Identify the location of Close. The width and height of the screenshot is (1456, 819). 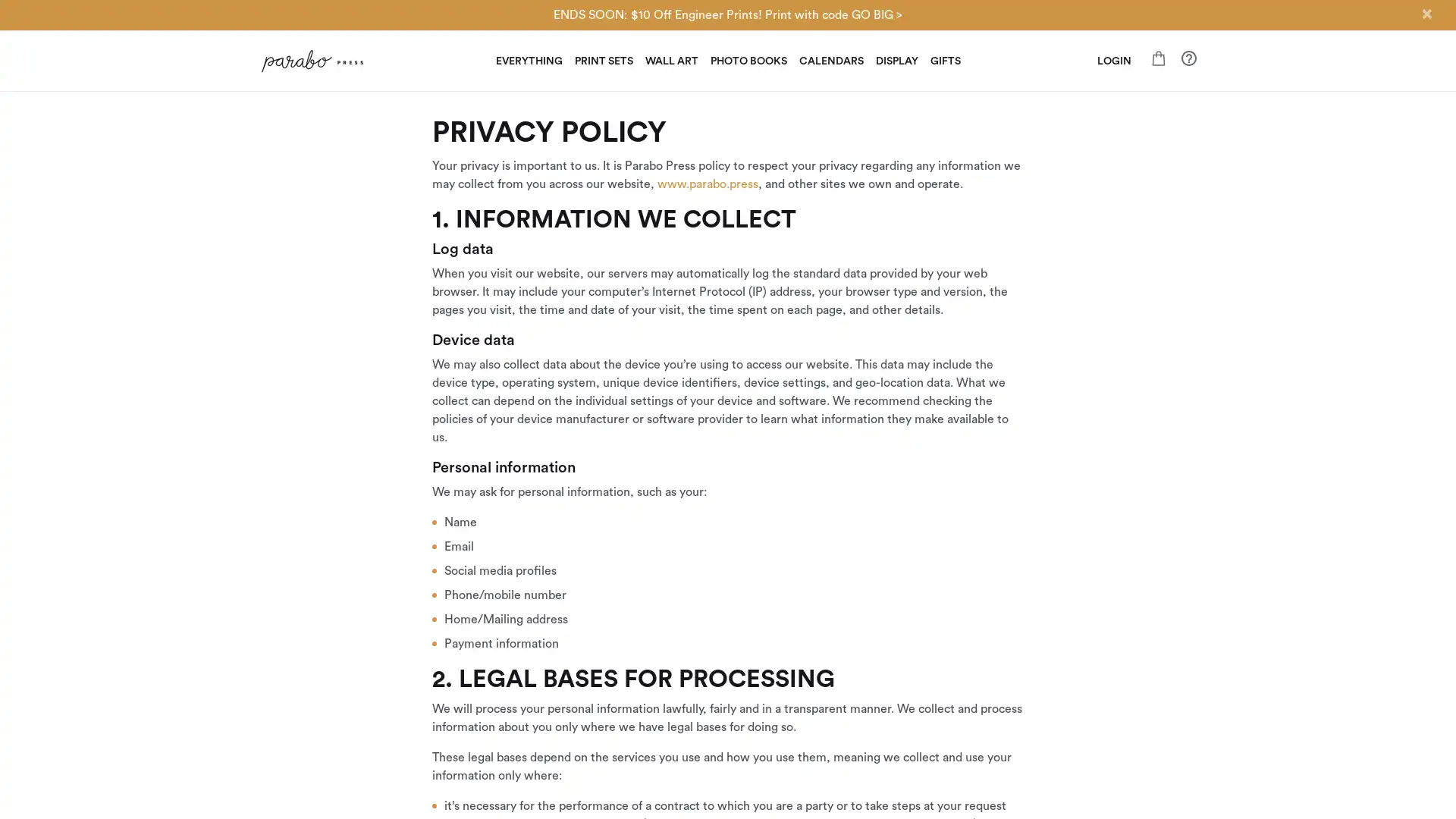
(1426, 14).